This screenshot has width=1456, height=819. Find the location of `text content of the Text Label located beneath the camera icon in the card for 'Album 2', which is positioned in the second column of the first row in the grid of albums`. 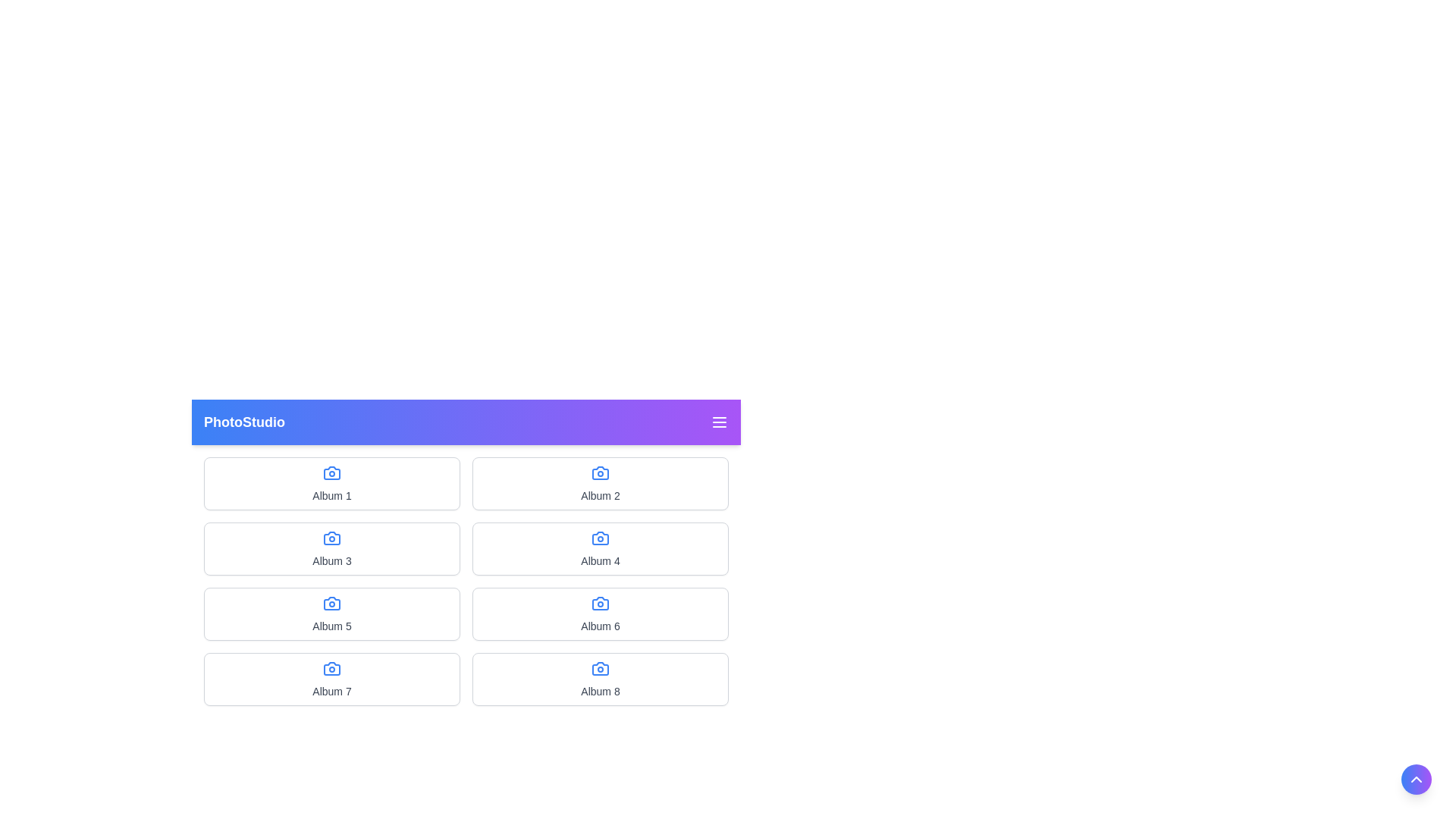

text content of the Text Label located beneath the camera icon in the card for 'Album 2', which is positioned in the second column of the first row in the grid of albums is located at coordinates (600, 496).